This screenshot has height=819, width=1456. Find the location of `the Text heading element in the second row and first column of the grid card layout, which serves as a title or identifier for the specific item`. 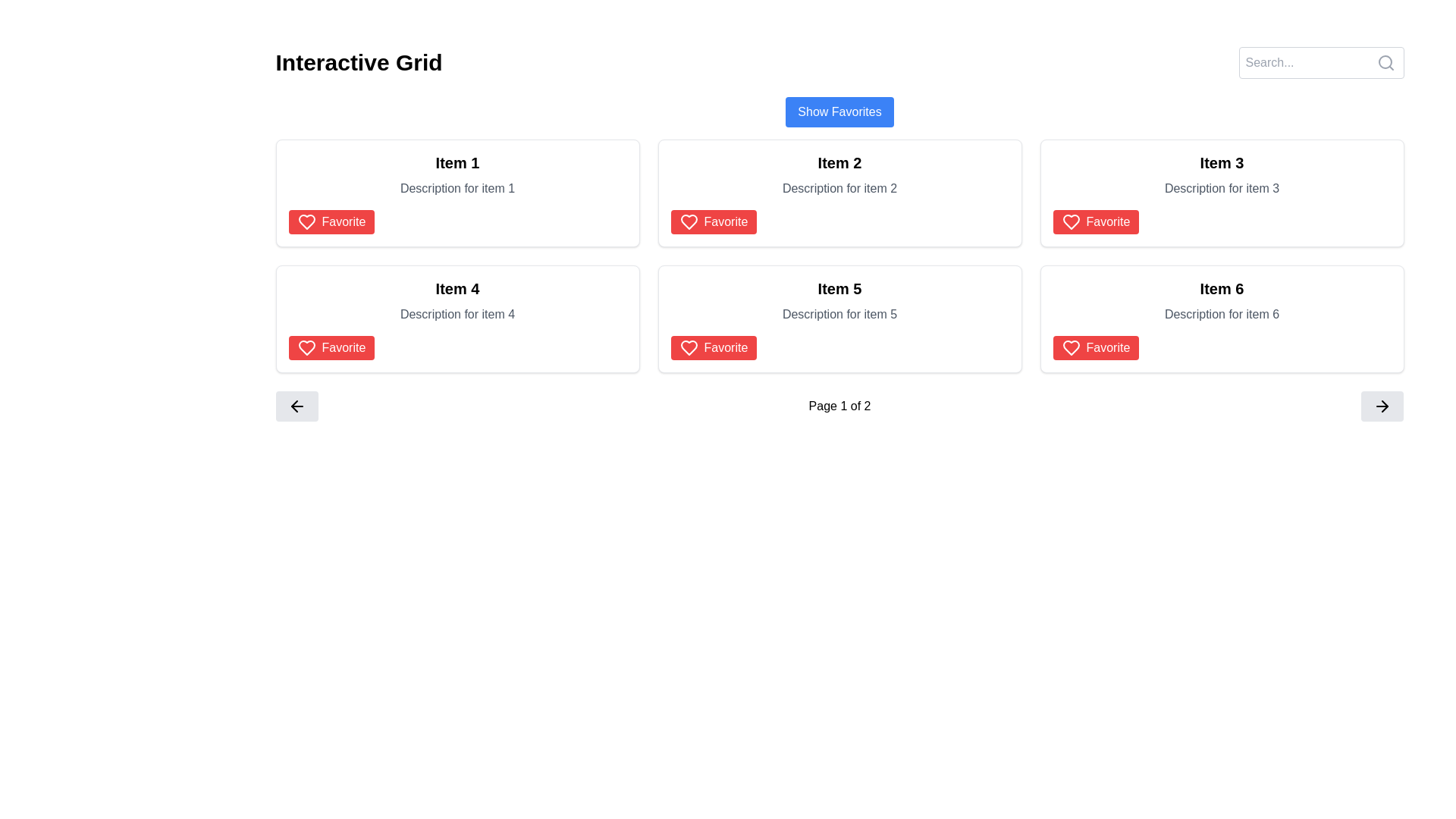

the Text heading element in the second row and first column of the grid card layout, which serves as a title or identifier for the specific item is located at coordinates (457, 289).